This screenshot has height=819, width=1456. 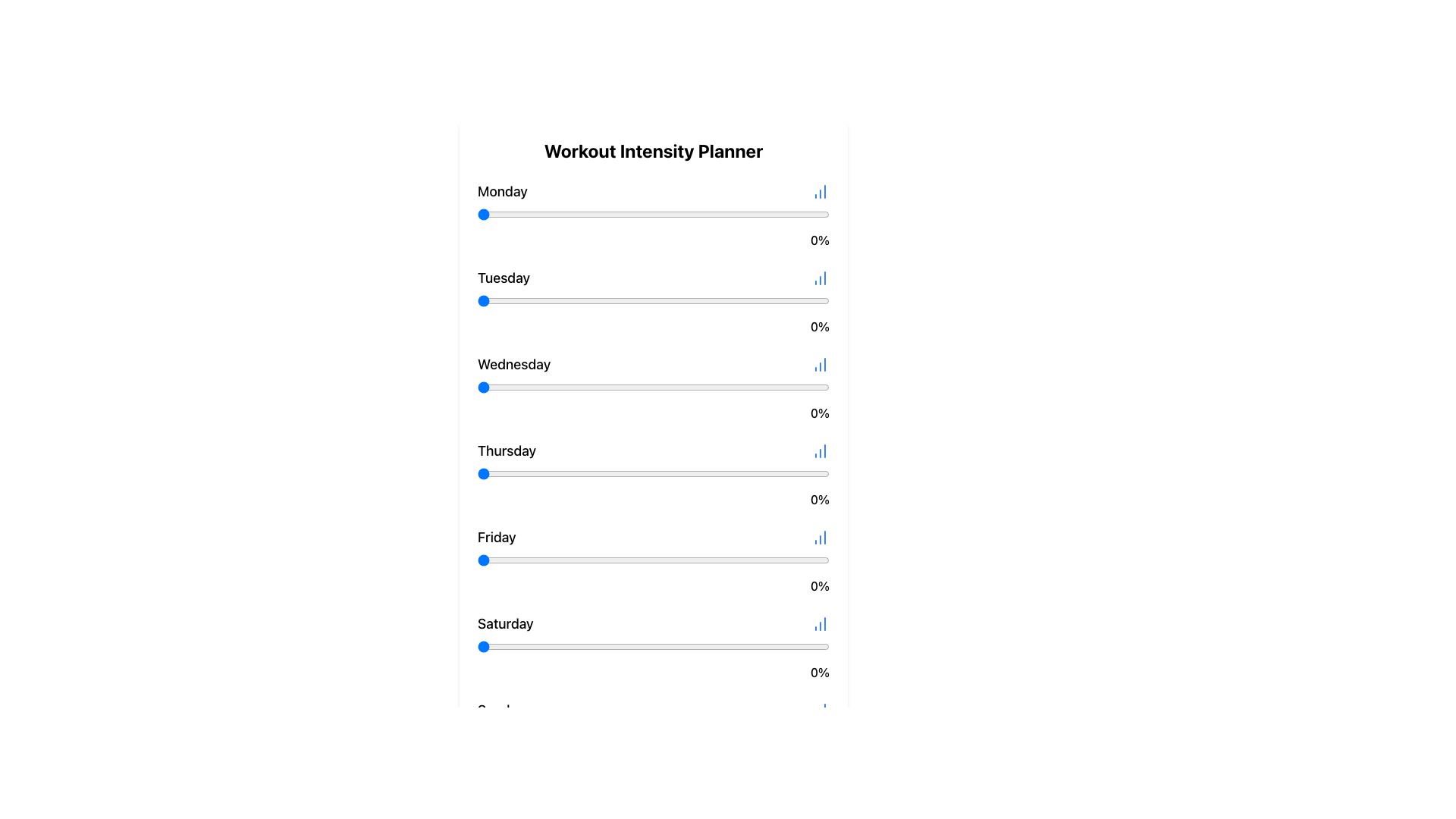 What do you see at coordinates (514, 365) in the screenshot?
I see `the Text label that indicates the day 'Wednesday', which is the third item in the 'Workout Intensity Planner' list` at bounding box center [514, 365].